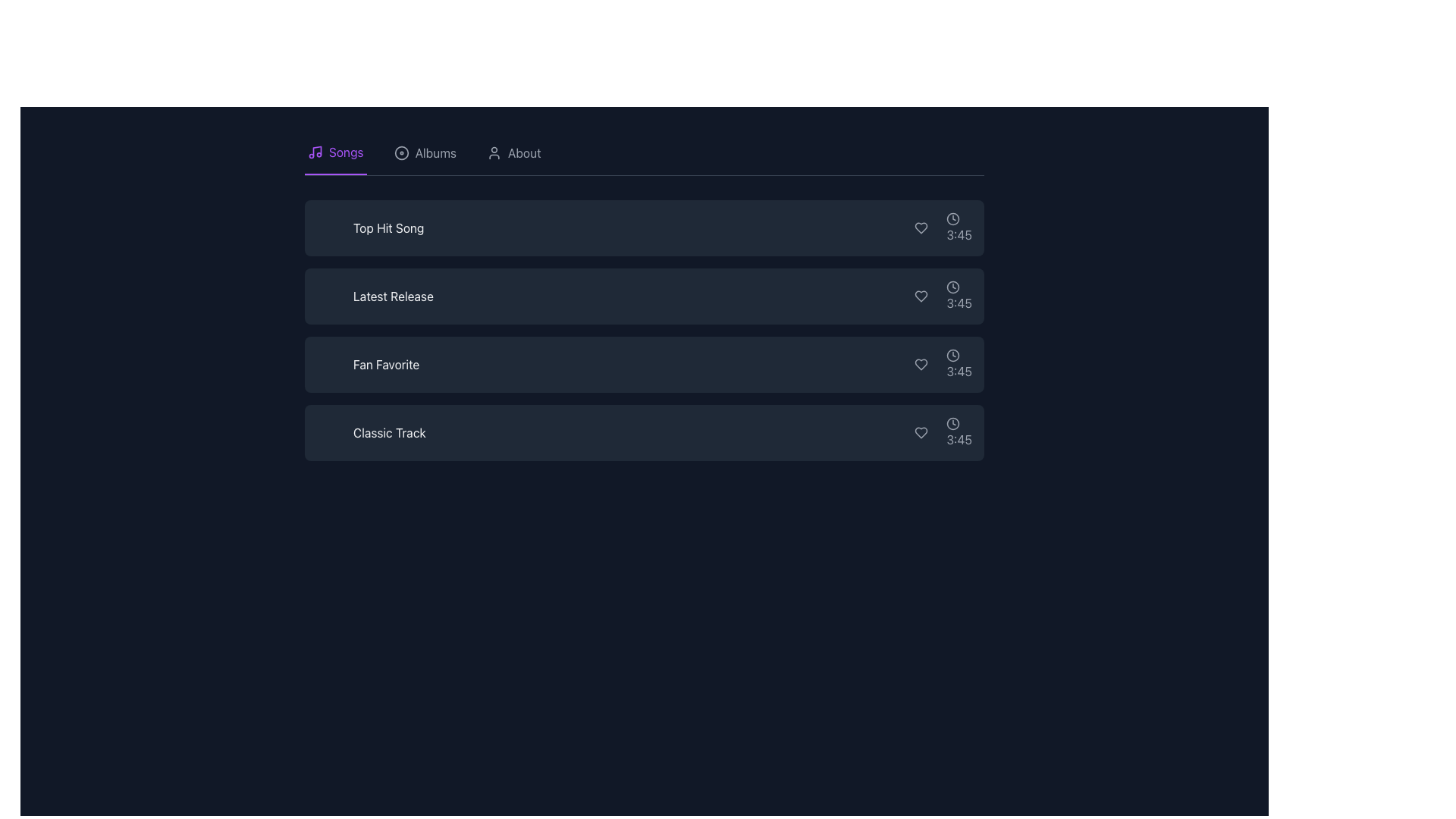 Image resolution: width=1456 pixels, height=819 pixels. What do you see at coordinates (959, 432) in the screenshot?
I see `the text label displaying '3:45' with a gray clock icon, located next to the 'Classic Track' text in the dark-themed interface` at bounding box center [959, 432].